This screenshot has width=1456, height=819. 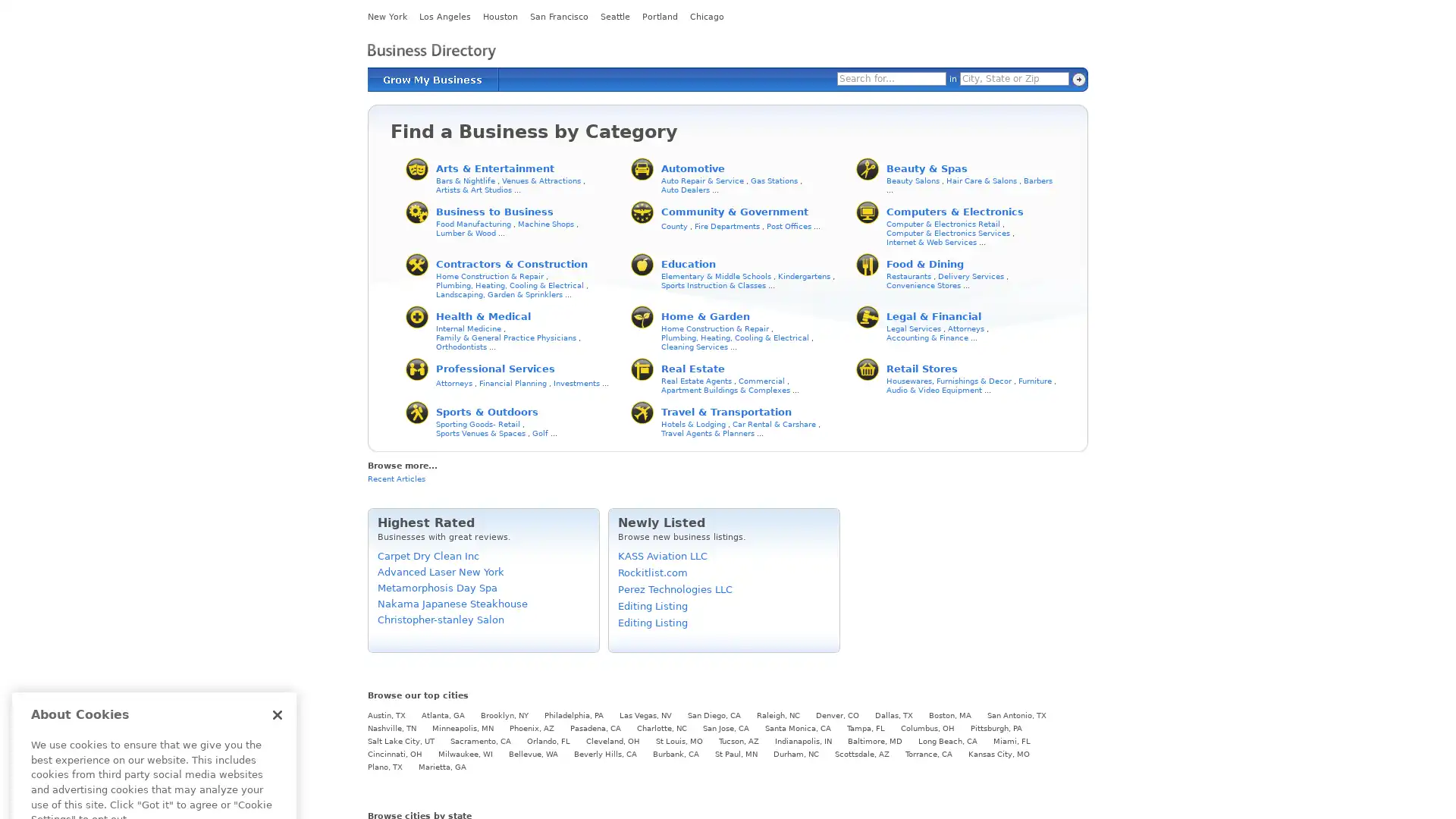 I want to click on Got It, so click(x=154, y=719).